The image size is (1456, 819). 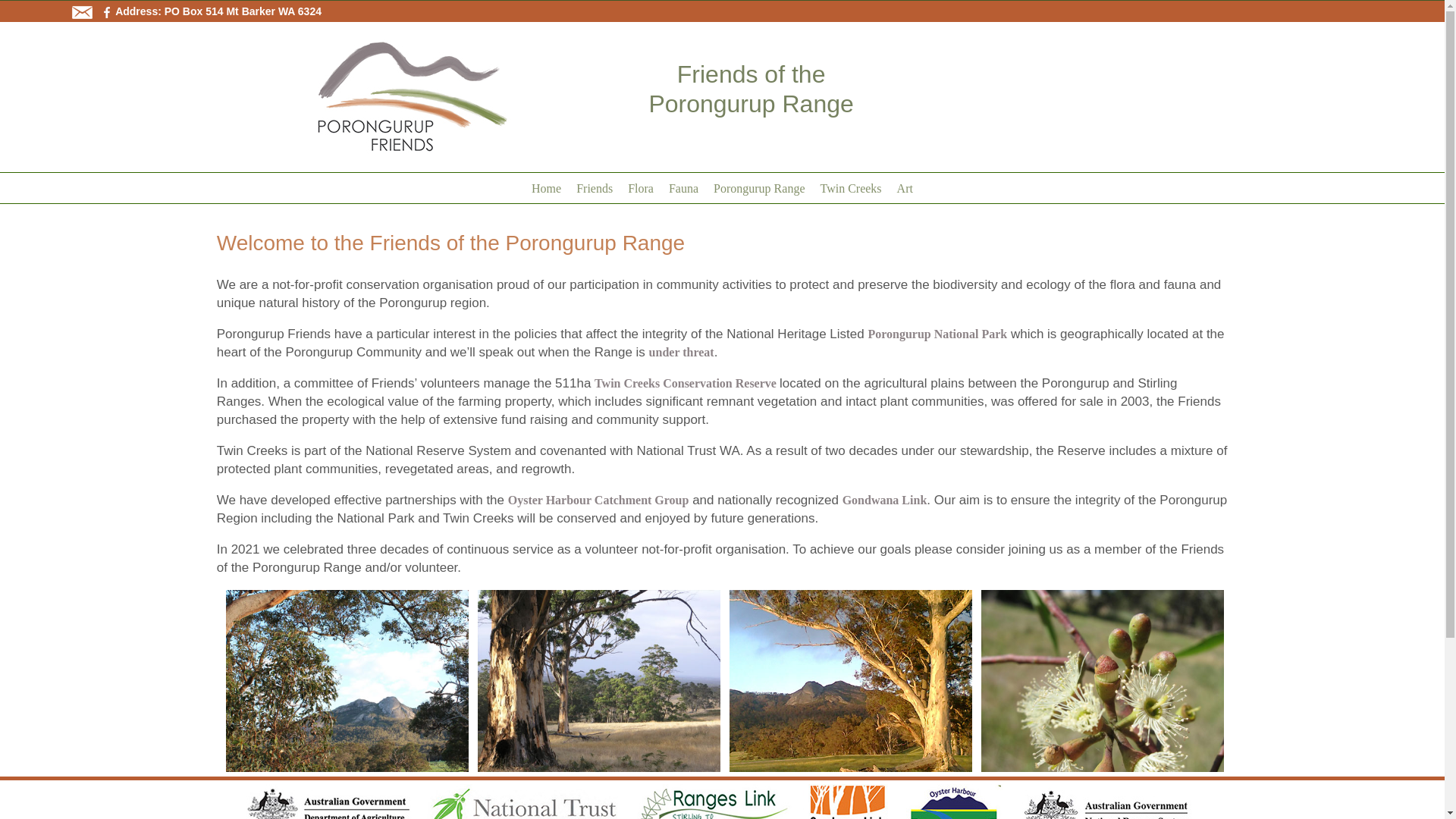 I want to click on 'Gondwana Link', so click(x=884, y=500).